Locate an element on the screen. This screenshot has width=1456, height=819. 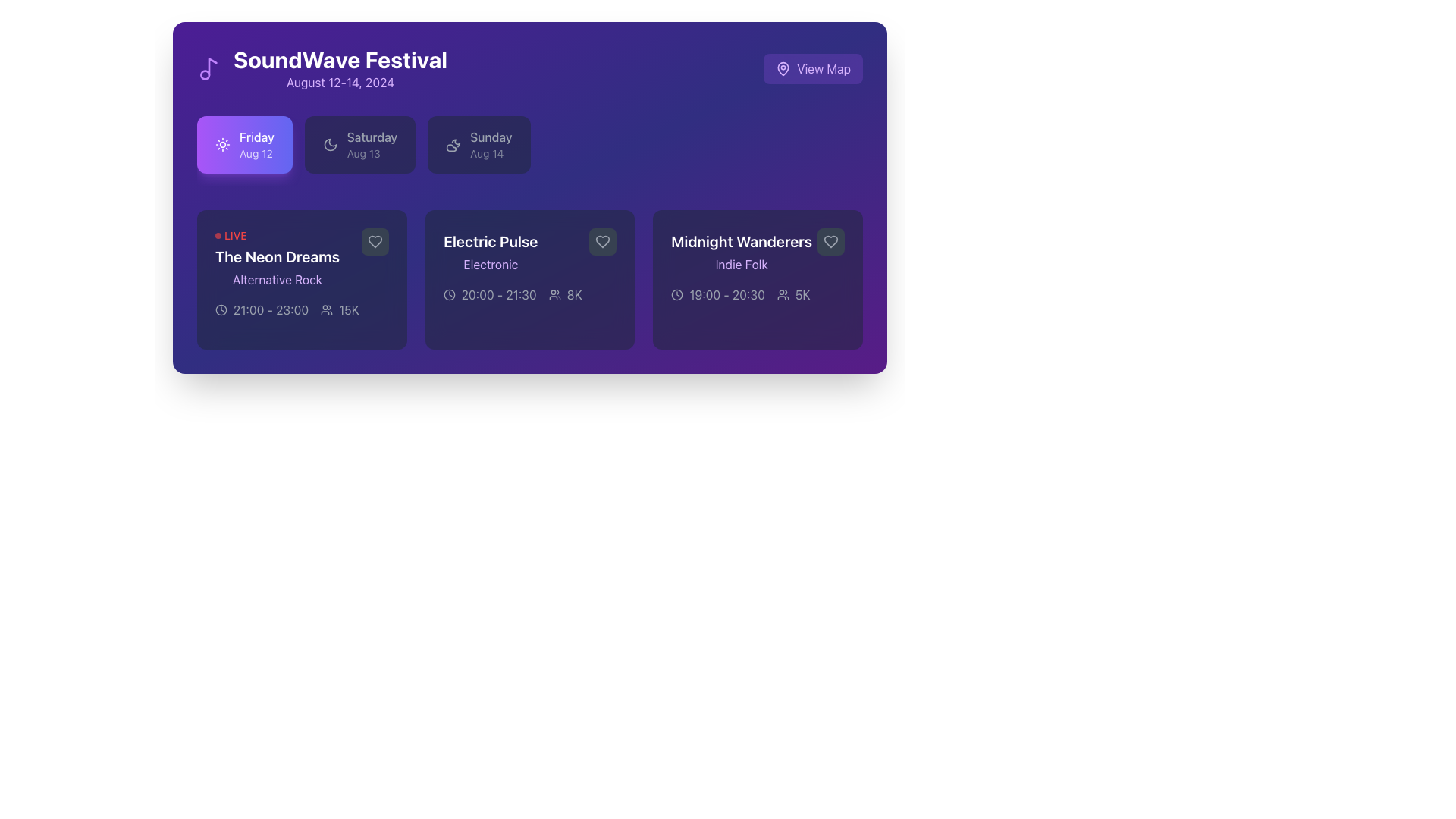
the interactive icons within the informational display showing time ('21:00 - 23:00') and participant count ('15K') under the card titled 'The Neon Dreams' for the 'Friday, August 12' section is located at coordinates (302, 309).